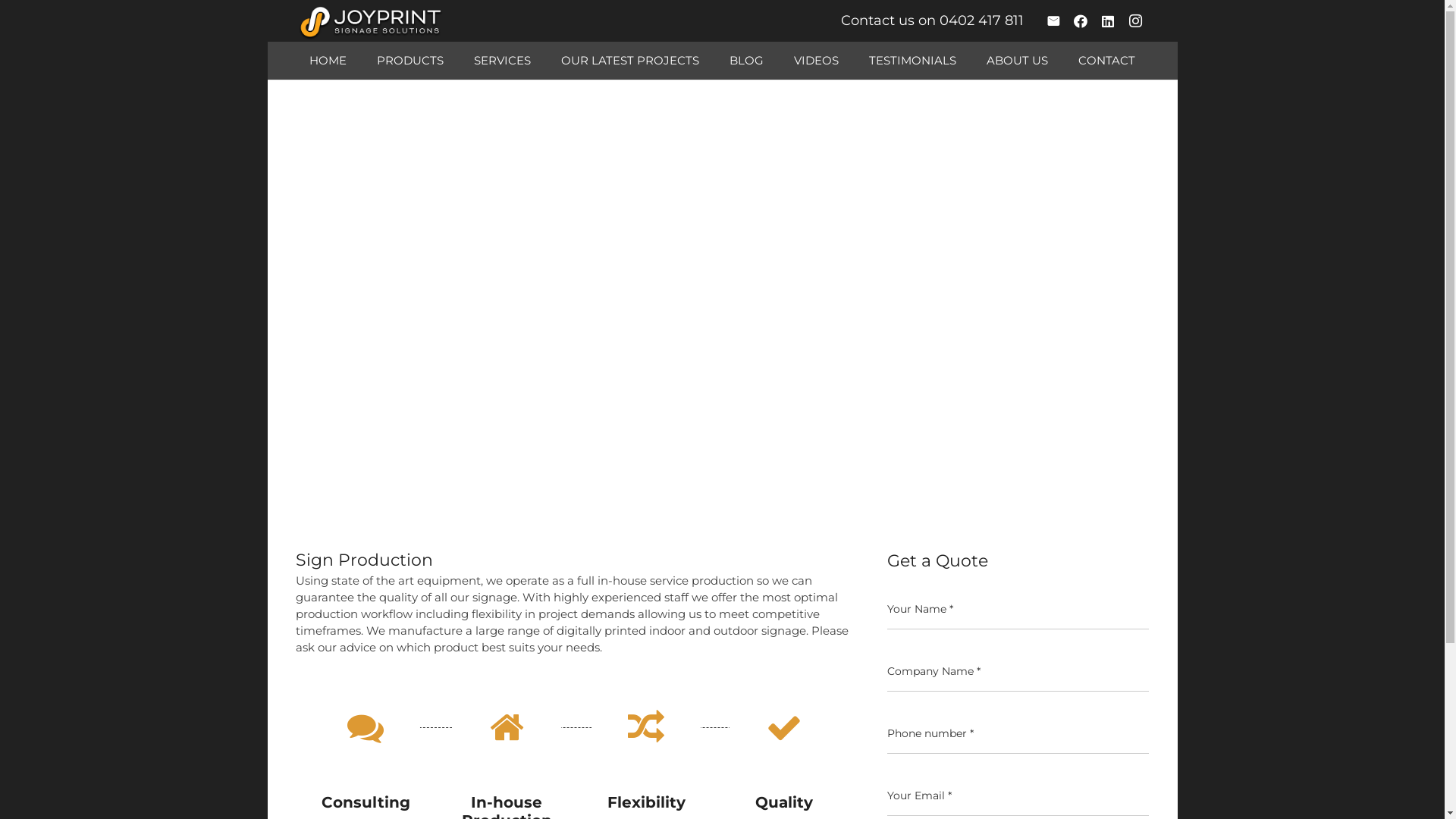 The image size is (1456, 819). I want to click on 'CONTACT', so click(1062, 60).